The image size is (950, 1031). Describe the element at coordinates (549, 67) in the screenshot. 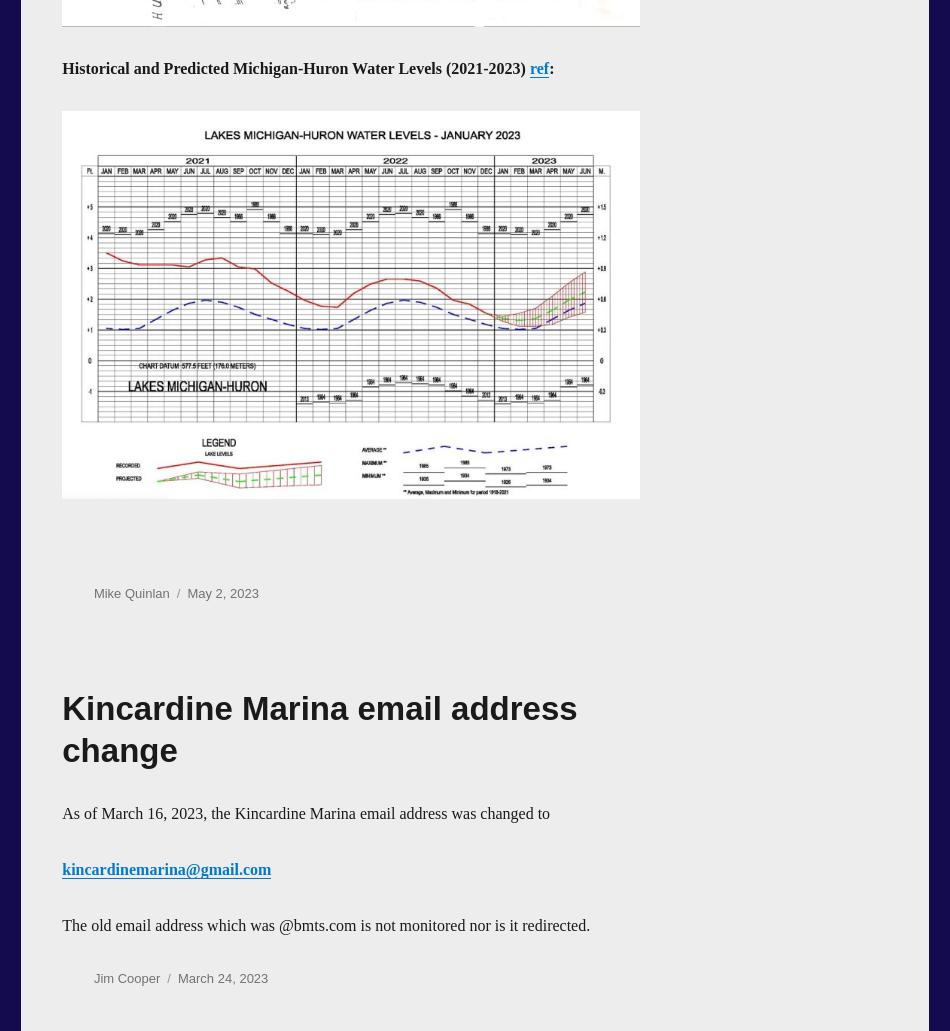

I see `':'` at that location.